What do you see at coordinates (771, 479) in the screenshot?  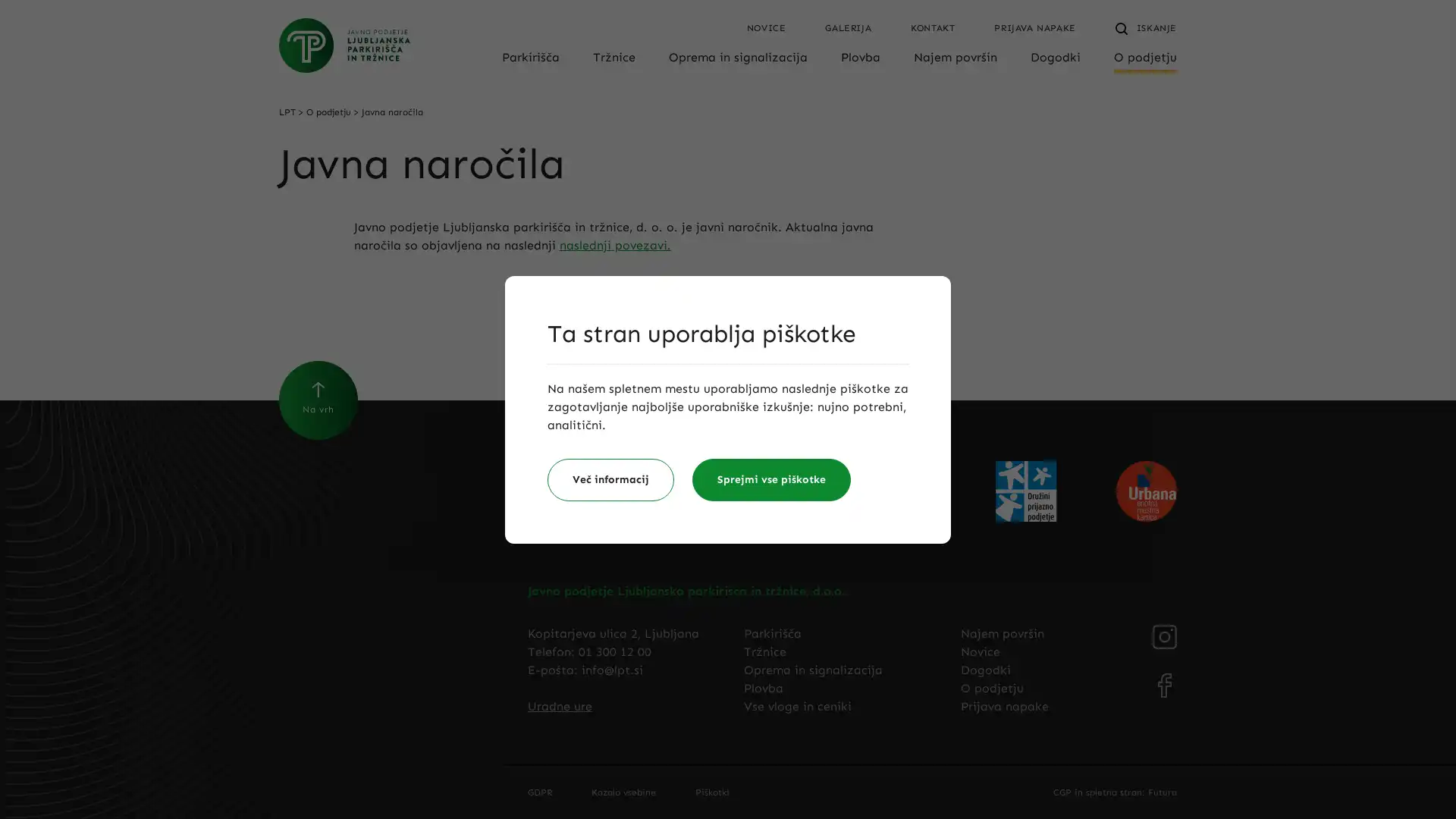 I see `Sprejmi vse piskotke` at bounding box center [771, 479].